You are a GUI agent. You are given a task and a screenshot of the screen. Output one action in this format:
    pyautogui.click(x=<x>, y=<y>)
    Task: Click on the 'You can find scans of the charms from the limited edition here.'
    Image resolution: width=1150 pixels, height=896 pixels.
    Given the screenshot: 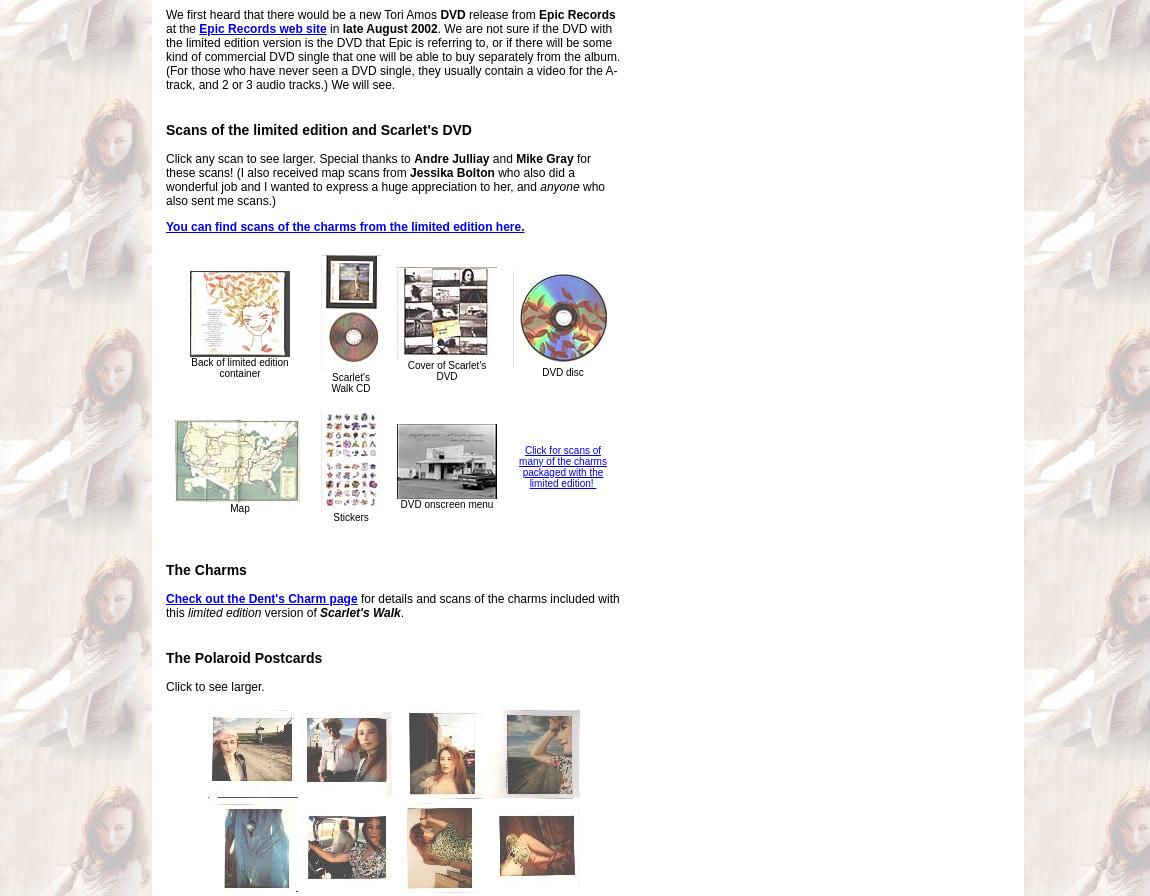 What is the action you would take?
    pyautogui.click(x=345, y=226)
    